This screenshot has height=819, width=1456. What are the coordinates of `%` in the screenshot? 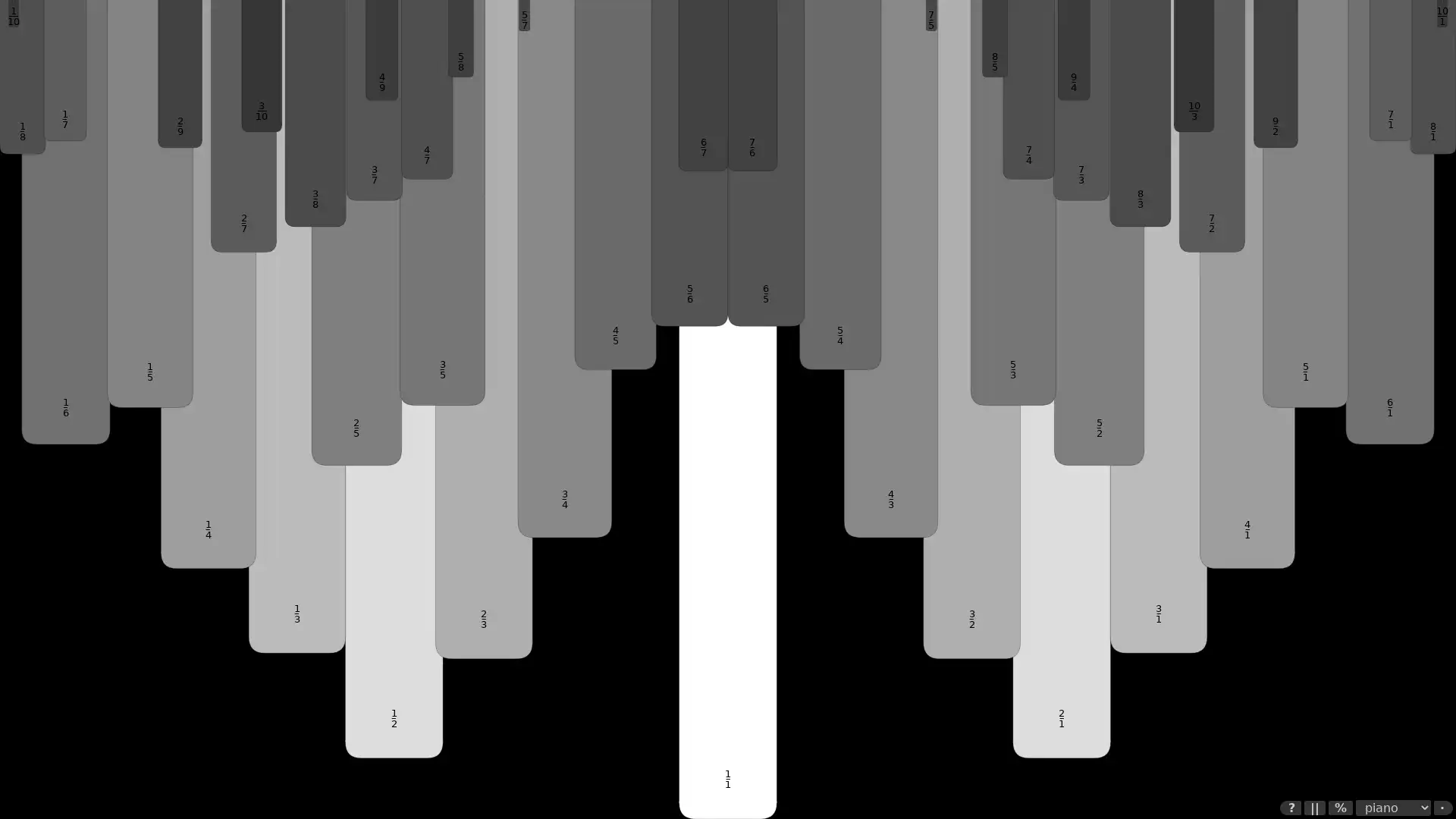 It's located at (1339, 807).